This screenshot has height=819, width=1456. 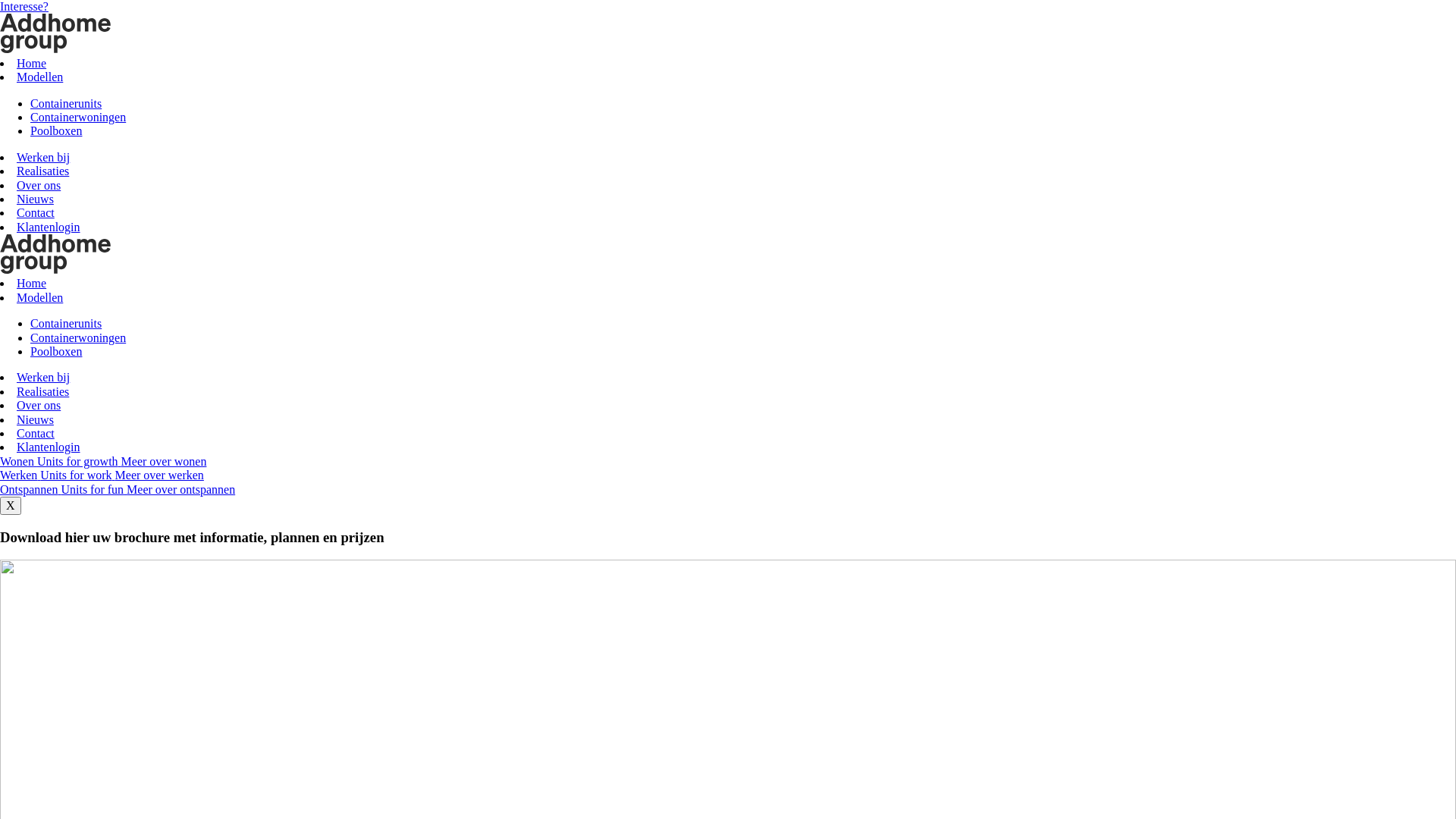 What do you see at coordinates (39, 404) in the screenshot?
I see `'Over ons'` at bounding box center [39, 404].